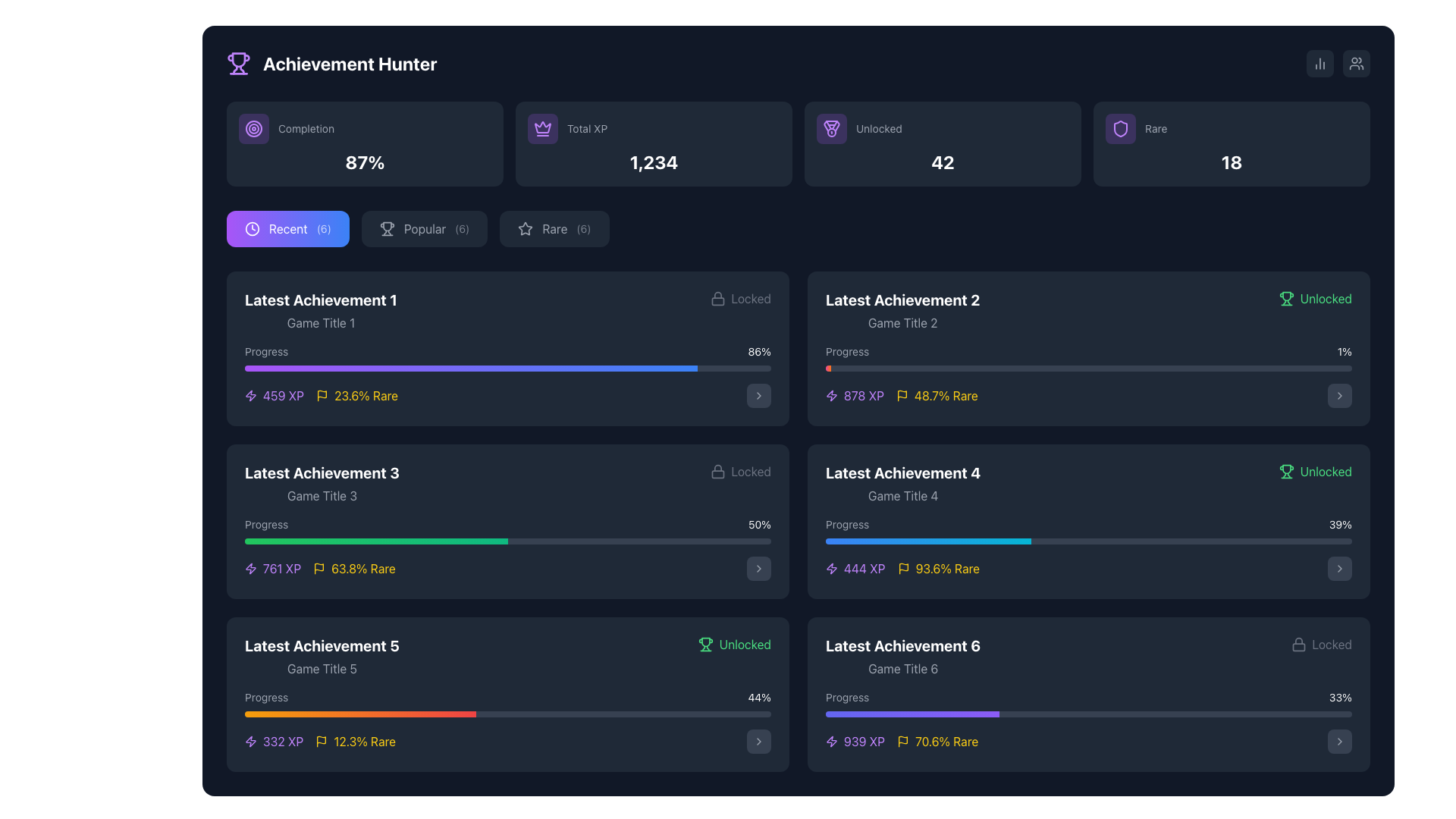  I want to click on the progress visually on the Progress bar located in the 'Latest Achievement 5' section, beneath the progress label showing '44%', so click(508, 714).